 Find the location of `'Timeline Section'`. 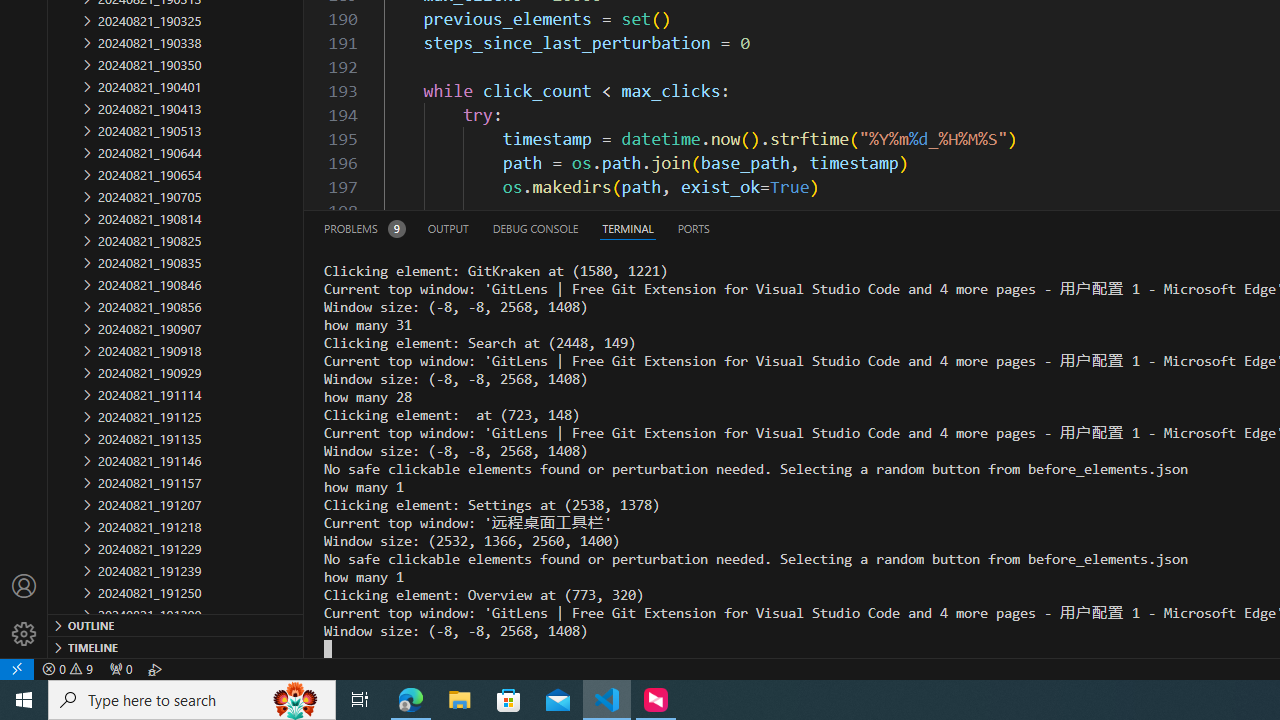

'Timeline Section' is located at coordinates (176, 646).